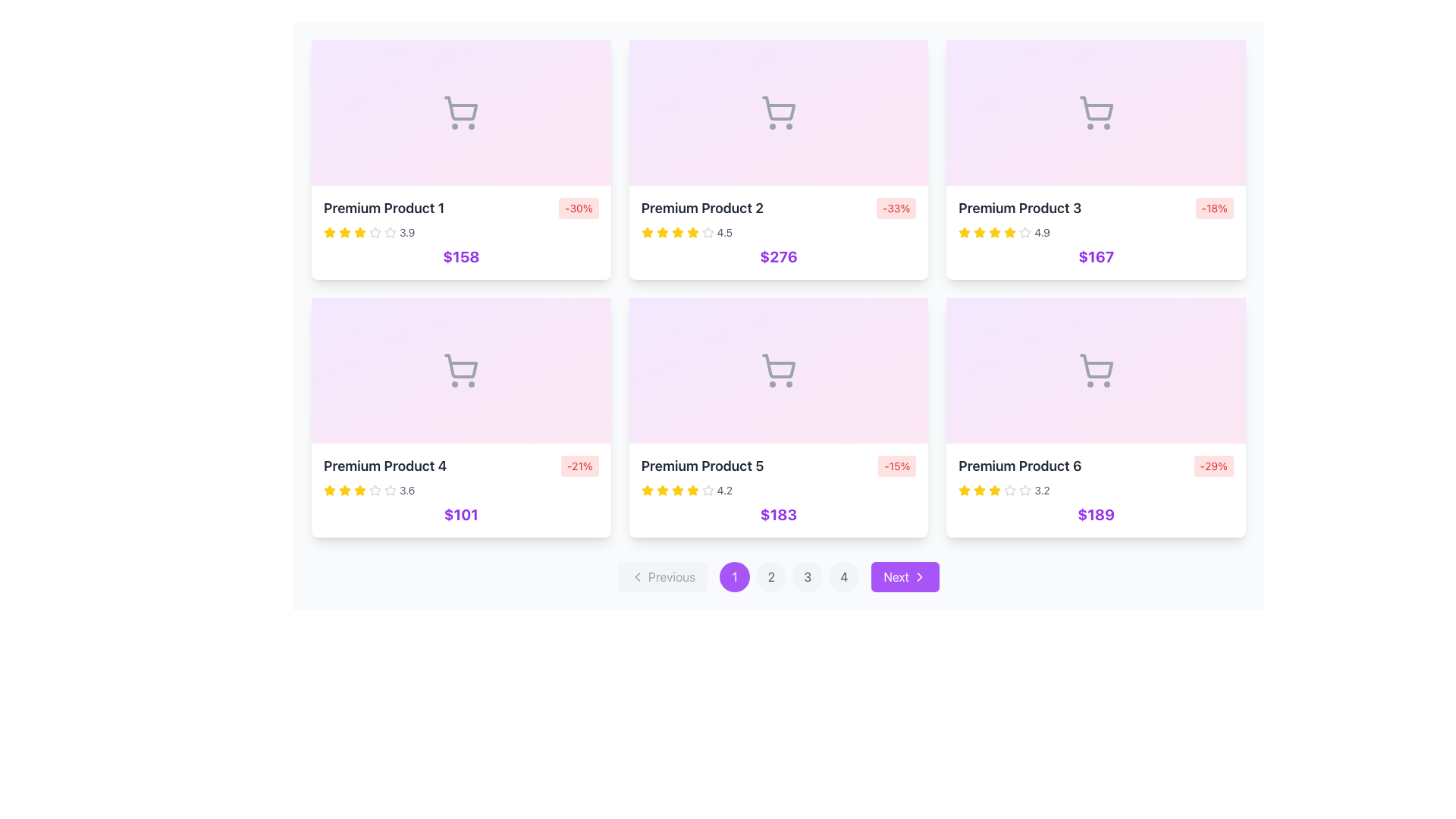 Image resolution: width=1456 pixels, height=819 pixels. What do you see at coordinates (676, 491) in the screenshot?
I see `the fifth yellow star icon in the rating system for the 'Premium Product 5' located on the second row of the product grid` at bounding box center [676, 491].